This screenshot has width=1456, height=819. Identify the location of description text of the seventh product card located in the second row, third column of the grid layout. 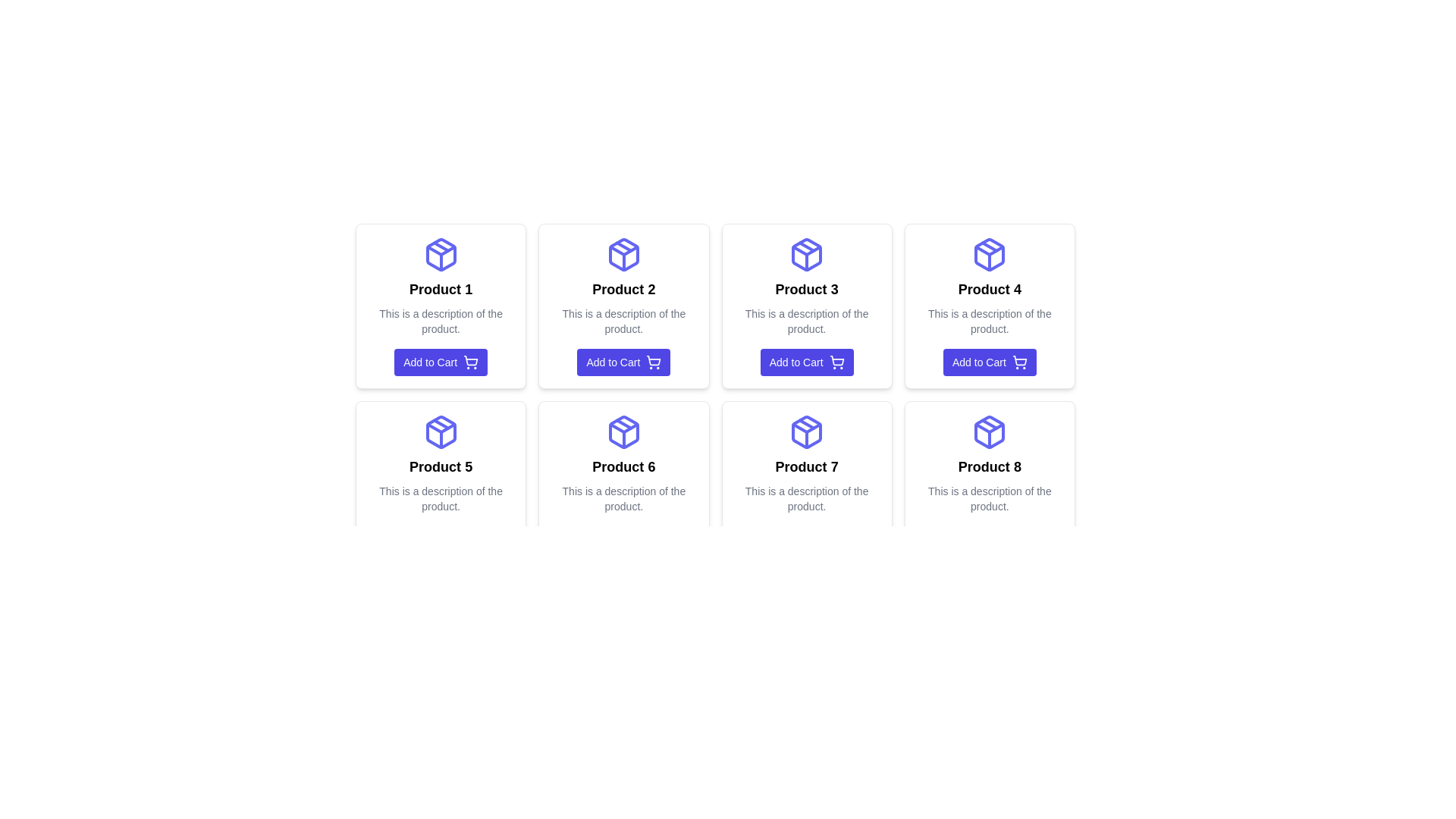
(806, 483).